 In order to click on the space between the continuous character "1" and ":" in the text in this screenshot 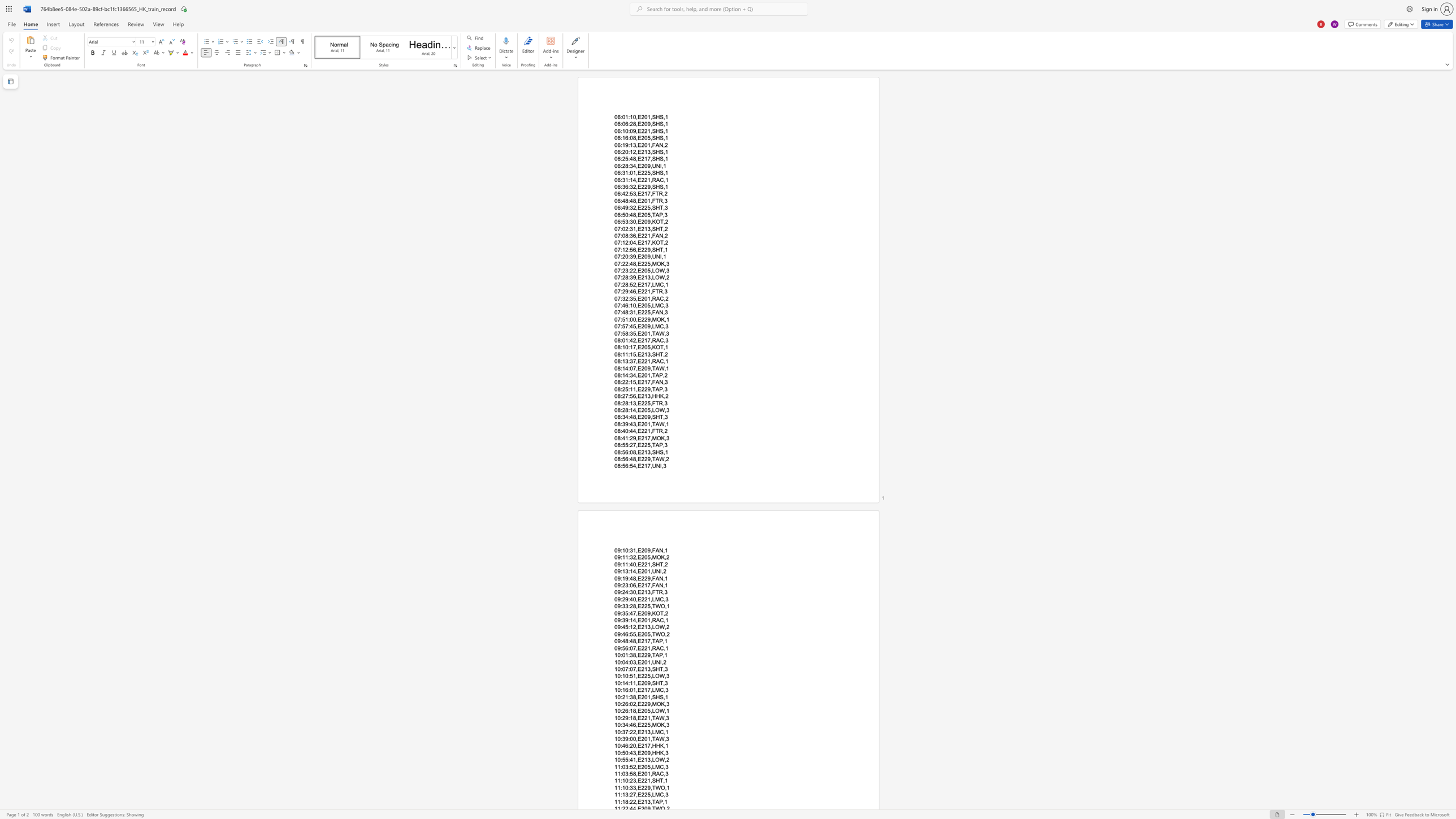, I will do `click(628, 696)`.